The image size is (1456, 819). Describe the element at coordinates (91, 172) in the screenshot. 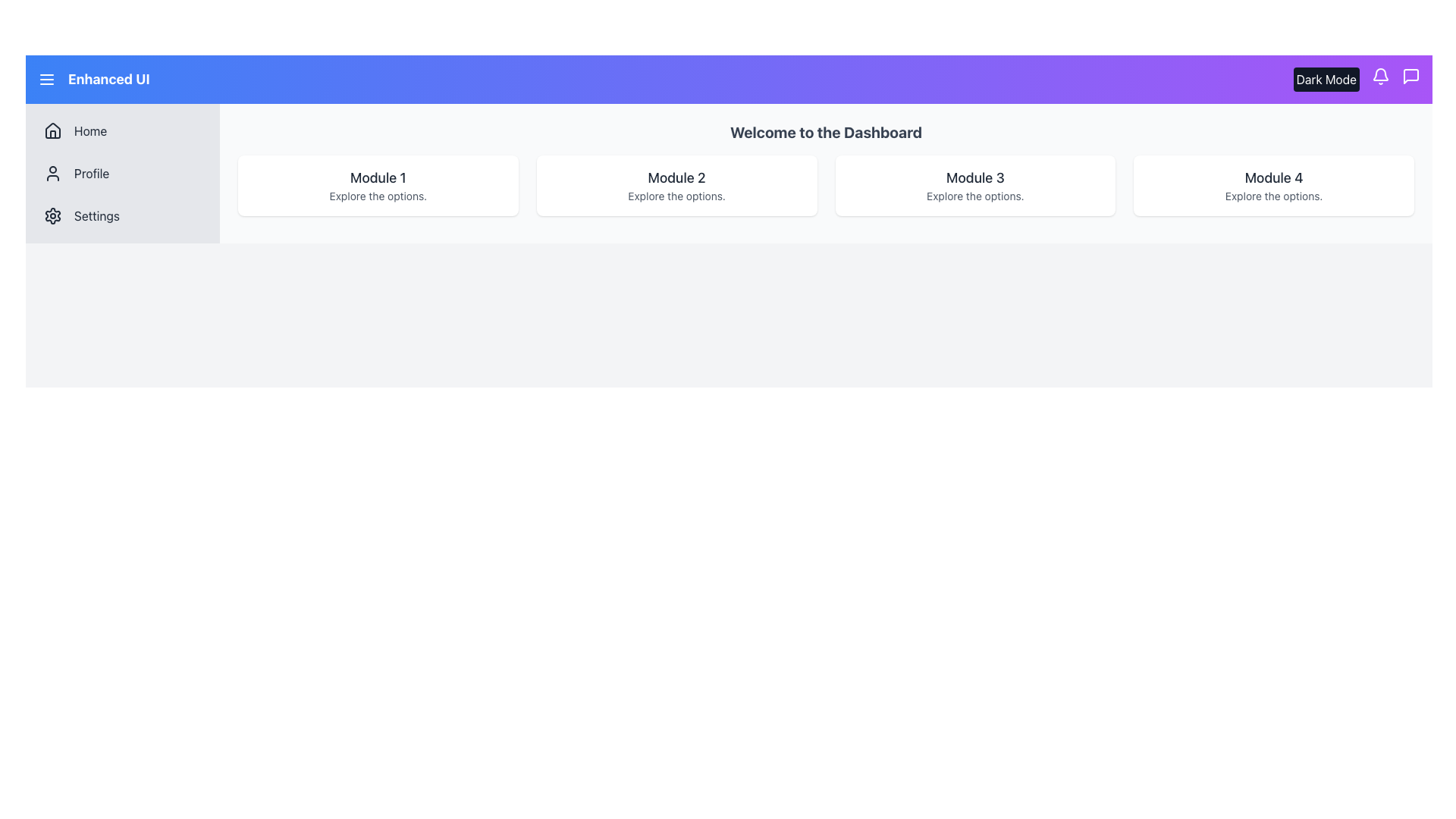

I see `the label indicating the user's profile section in the sidebar menu, positioned to the right of the user silhouette icon and vertically aligned with 'Home' and 'Settings'` at that location.